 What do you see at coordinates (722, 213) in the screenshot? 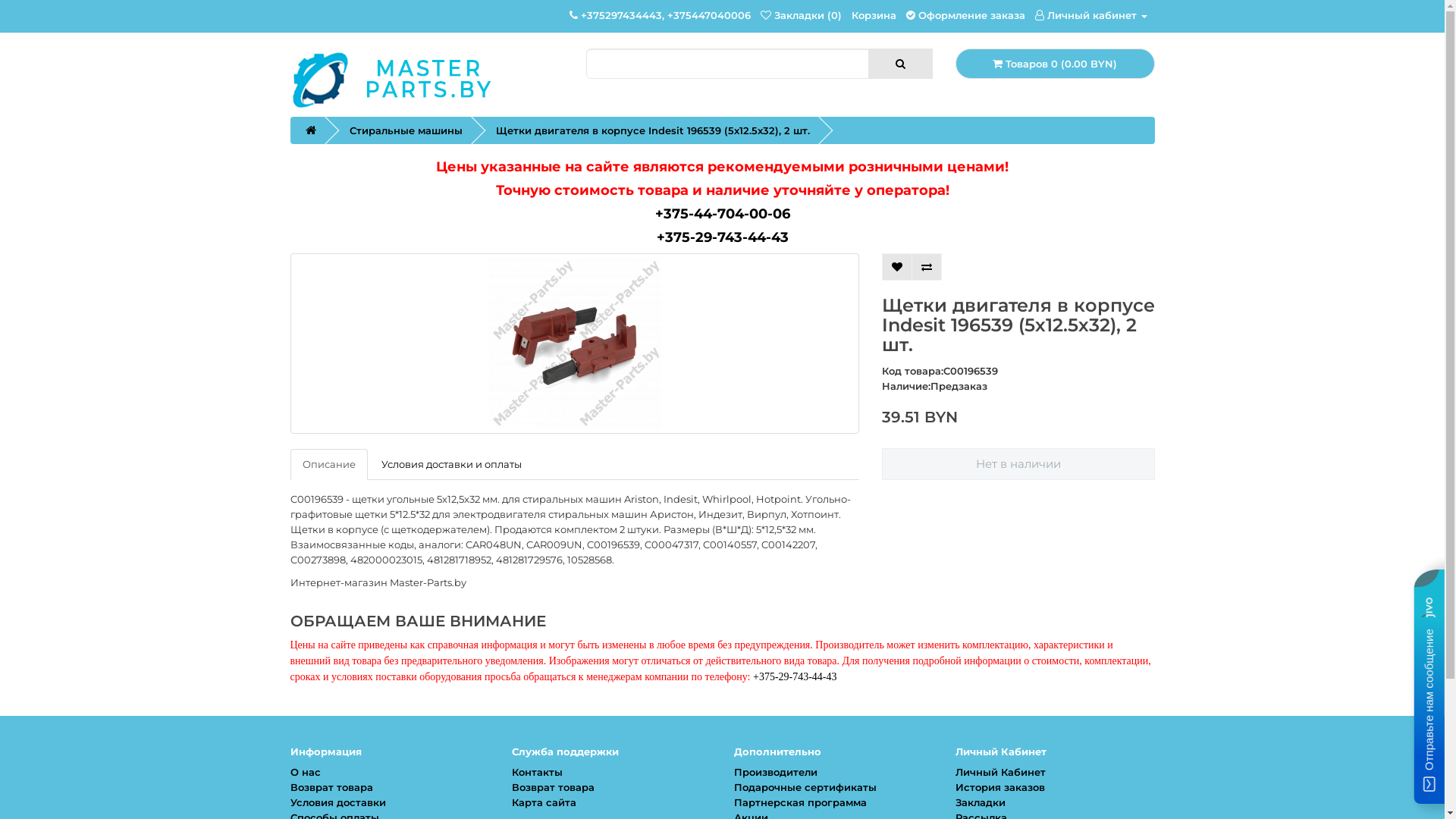
I see `'+375-44-704-00-06'` at bounding box center [722, 213].